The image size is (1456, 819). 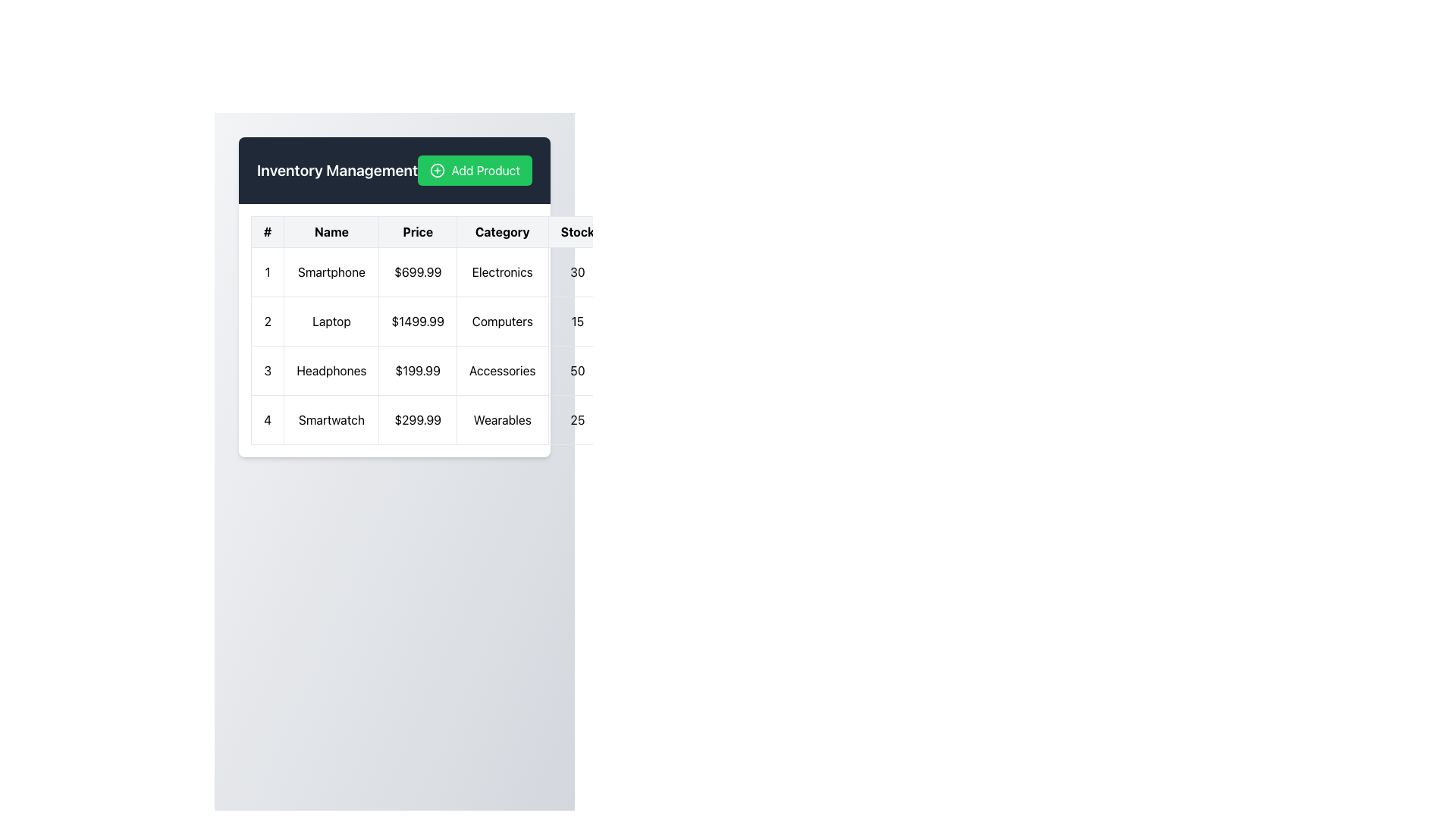 I want to click on displayed price from the Text Label that shows the price of the item in the first row of the table, located between 'Smartphone' and 'Electronics', so click(x=418, y=271).